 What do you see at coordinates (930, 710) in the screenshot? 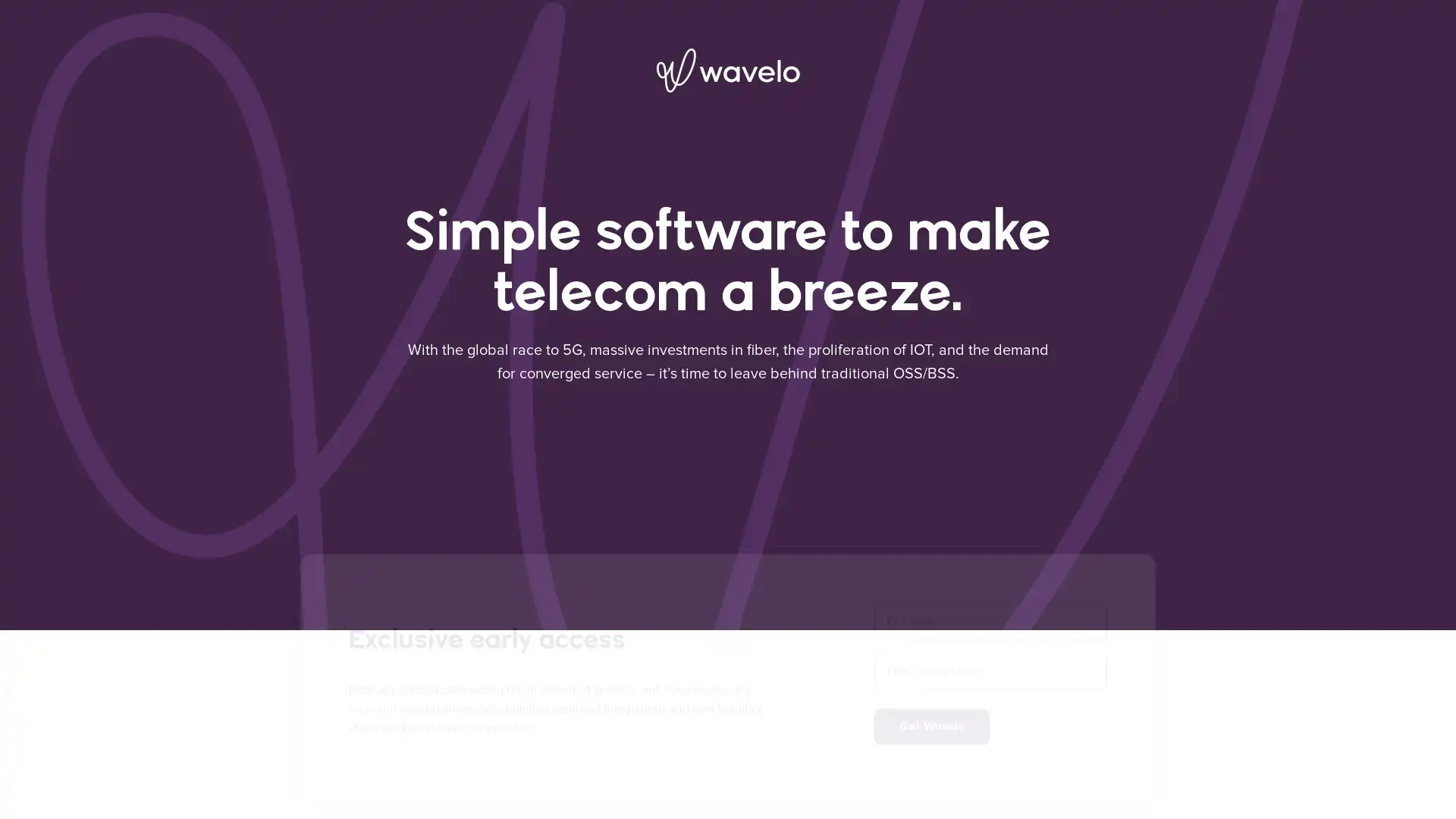
I see `Get Wavelo` at bounding box center [930, 710].